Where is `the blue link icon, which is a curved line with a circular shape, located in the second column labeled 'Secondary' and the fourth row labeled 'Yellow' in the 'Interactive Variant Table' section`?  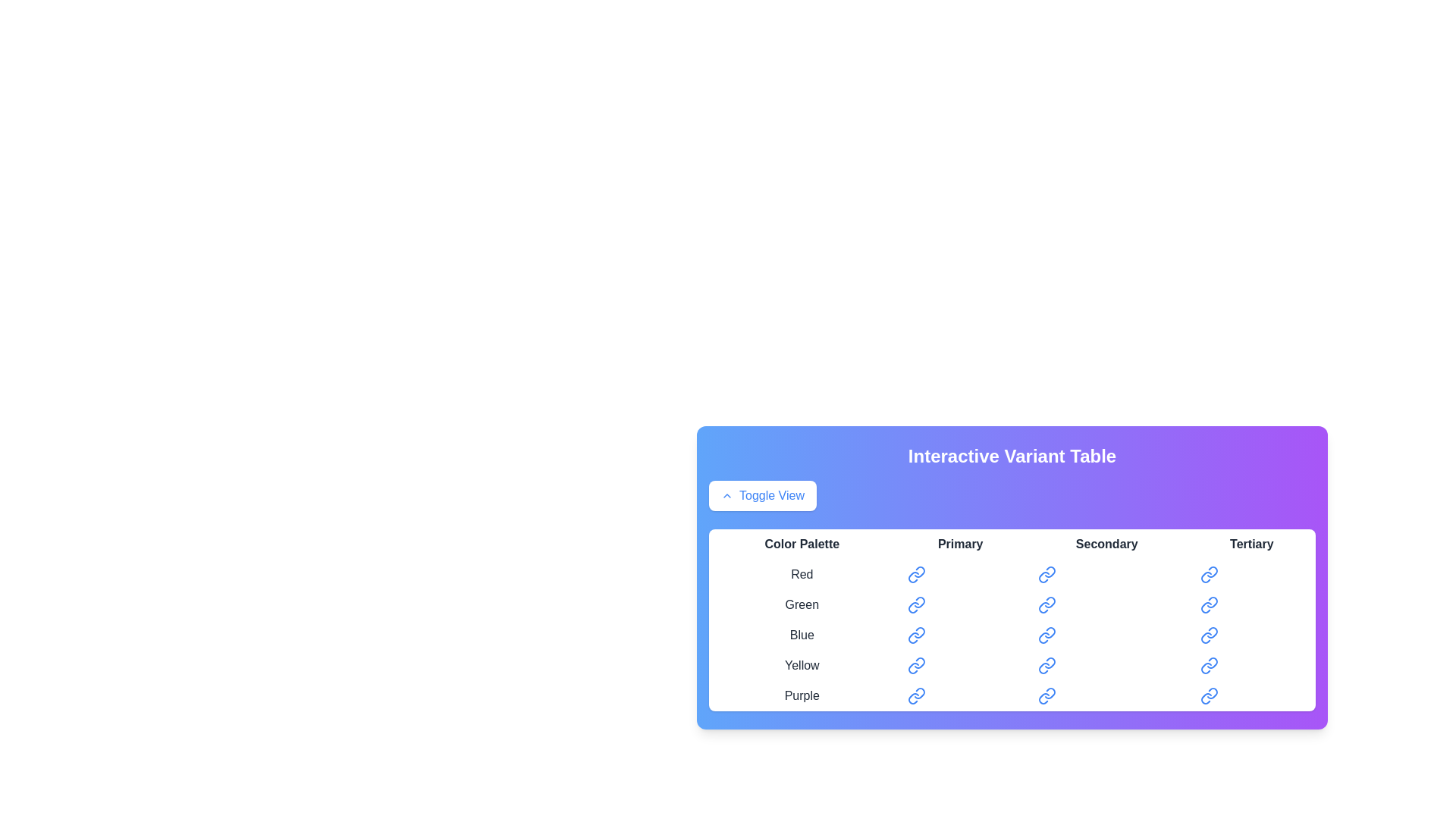 the blue link icon, which is a curved line with a circular shape, located in the second column labeled 'Secondary' and the fourth row labeled 'Yellow' in the 'Interactive Variant Table' section is located at coordinates (1048, 662).